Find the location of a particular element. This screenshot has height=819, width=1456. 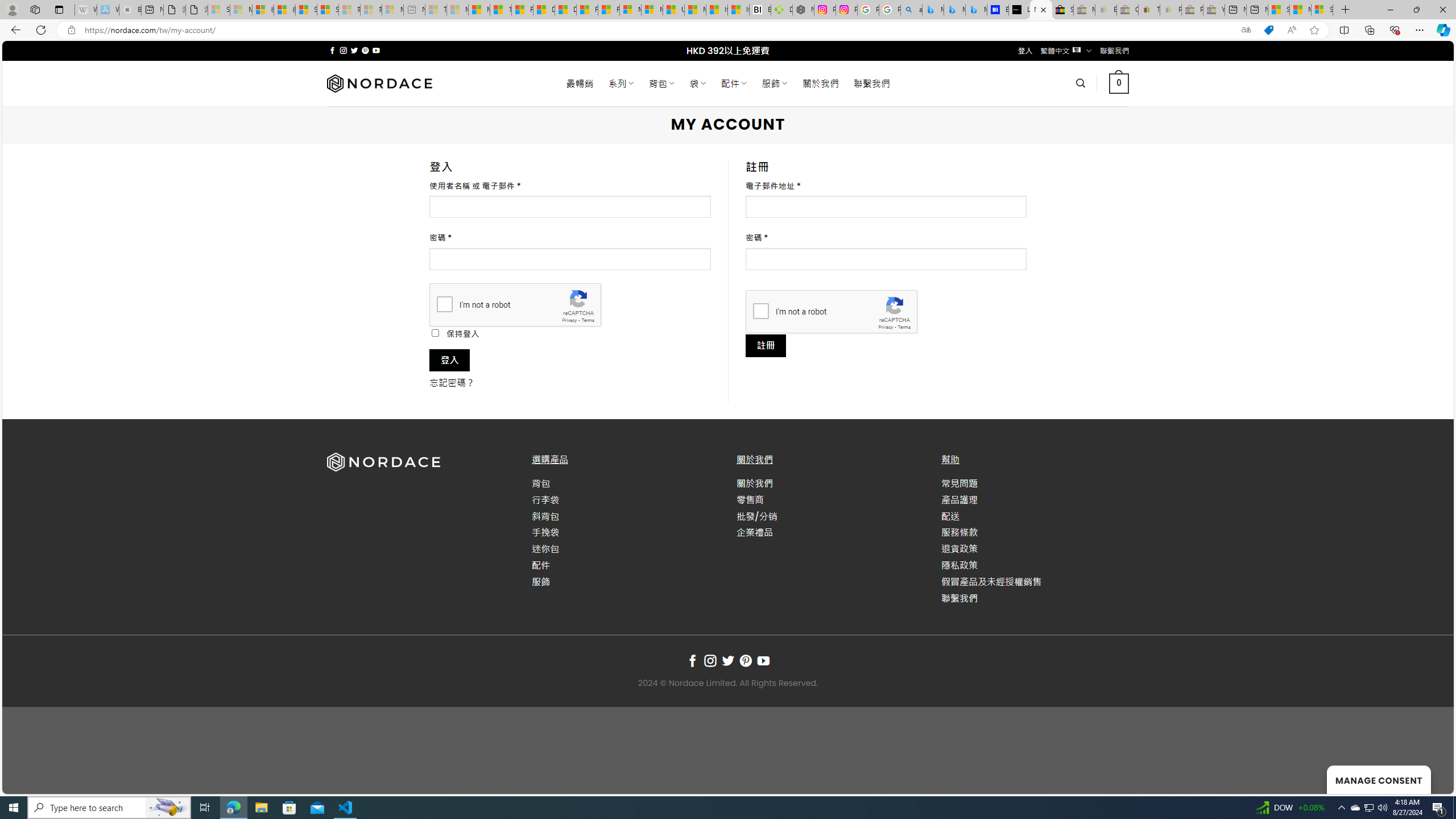

'Threats and offensive language policy | eBay' is located at coordinates (1149, 9).